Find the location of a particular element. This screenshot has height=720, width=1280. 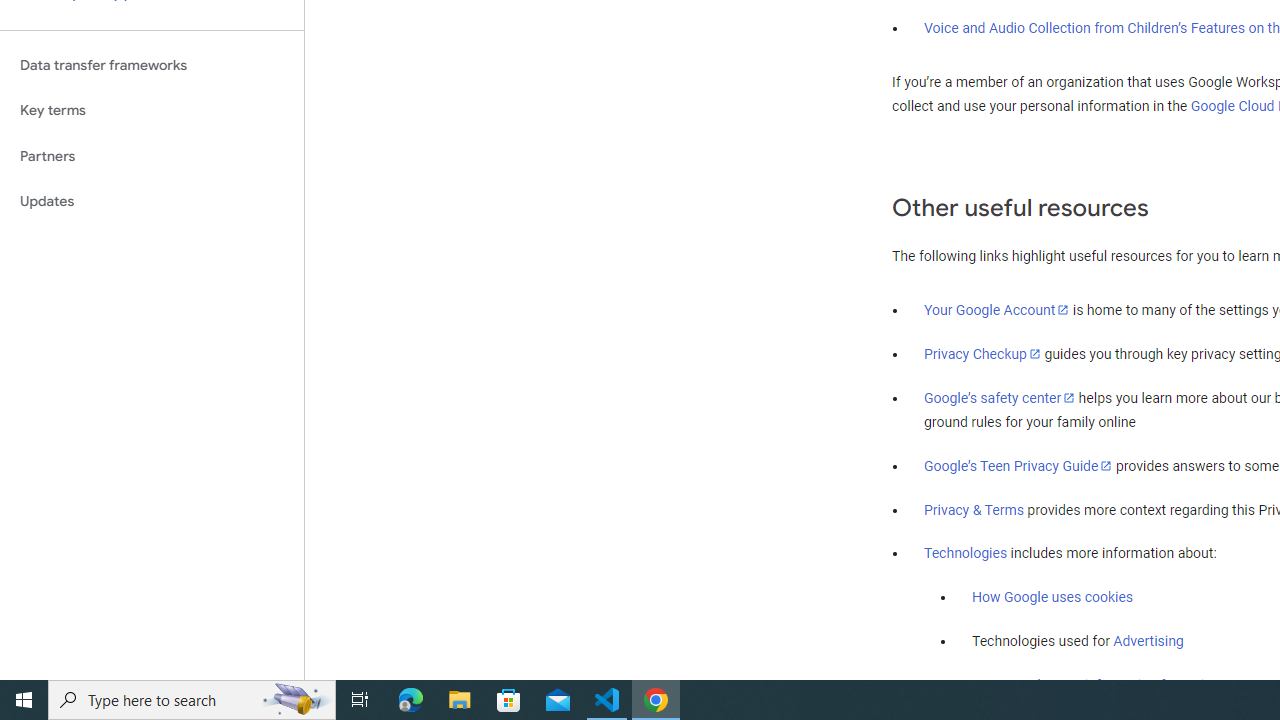

'Advertising' is located at coordinates (1148, 641).